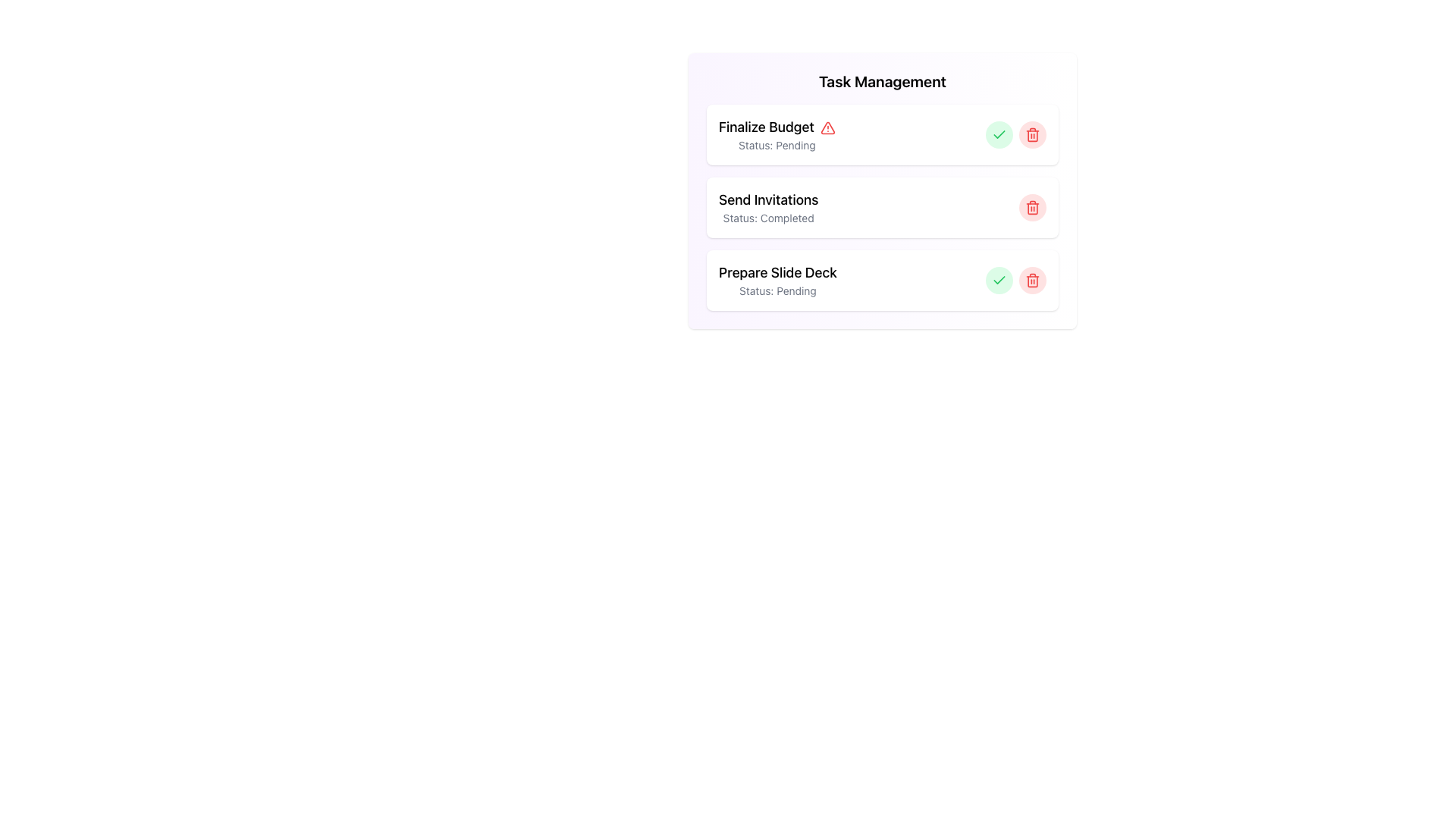 The image size is (1456, 819). Describe the element at coordinates (1032, 207) in the screenshot. I see `the second red trashcan icon in the task list` at that location.